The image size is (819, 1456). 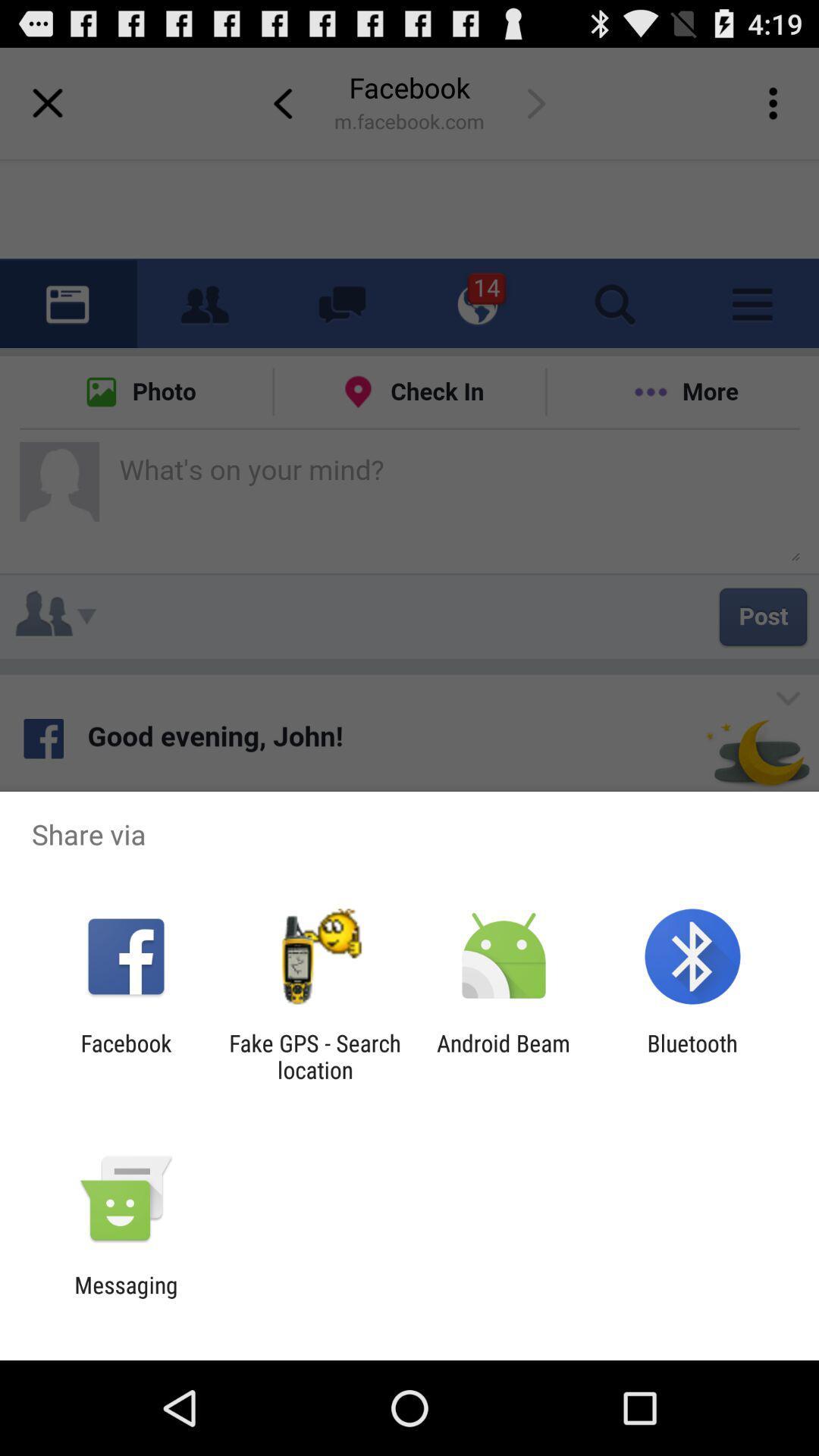 I want to click on app next to the fake gps search icon, so click(x=504, y=1056).